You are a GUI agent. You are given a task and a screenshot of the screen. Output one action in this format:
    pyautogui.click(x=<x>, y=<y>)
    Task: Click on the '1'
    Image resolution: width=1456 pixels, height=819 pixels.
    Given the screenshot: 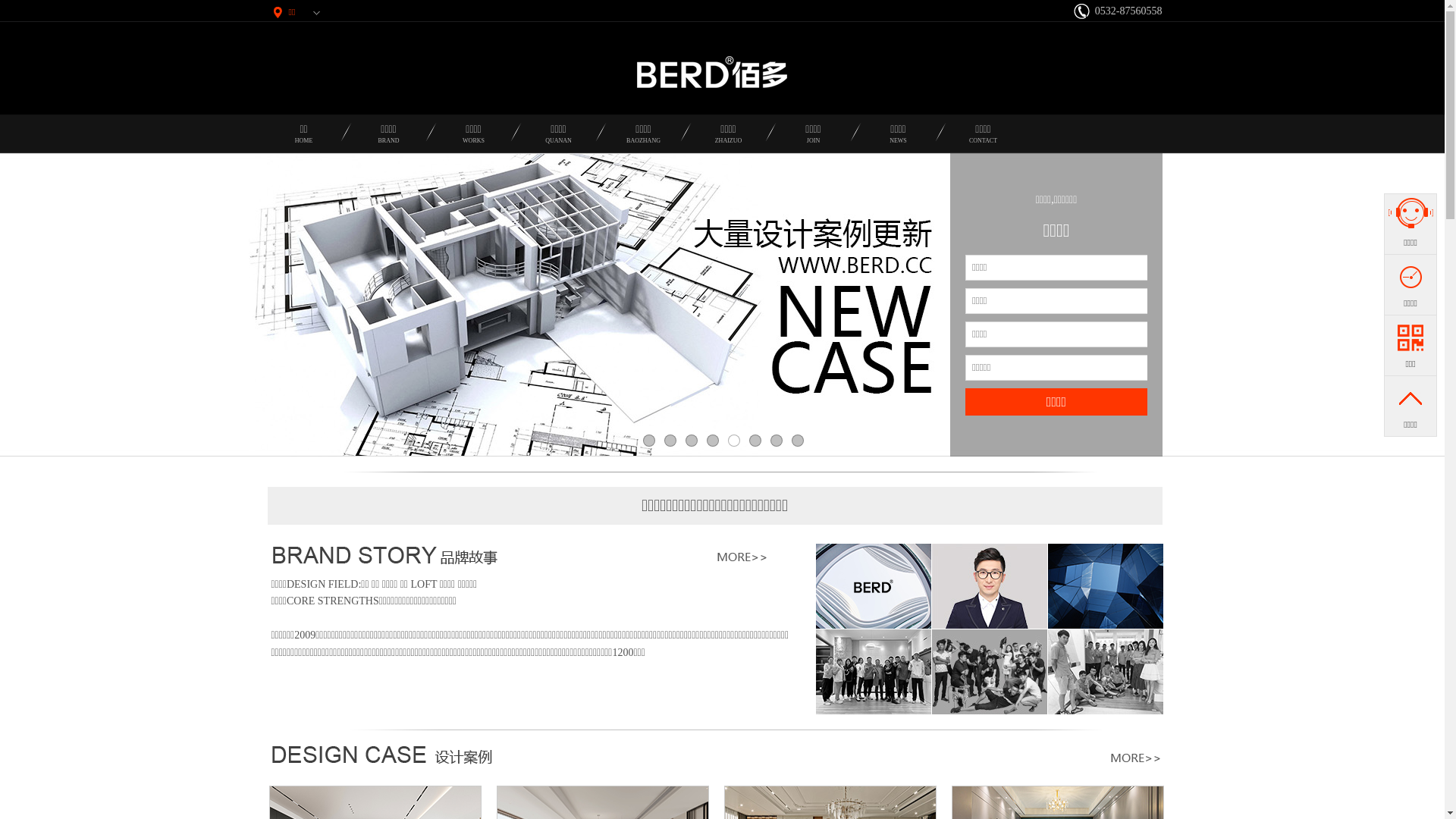 What is the action you would take?
    pyautogui.click(x=648, y=441)
    